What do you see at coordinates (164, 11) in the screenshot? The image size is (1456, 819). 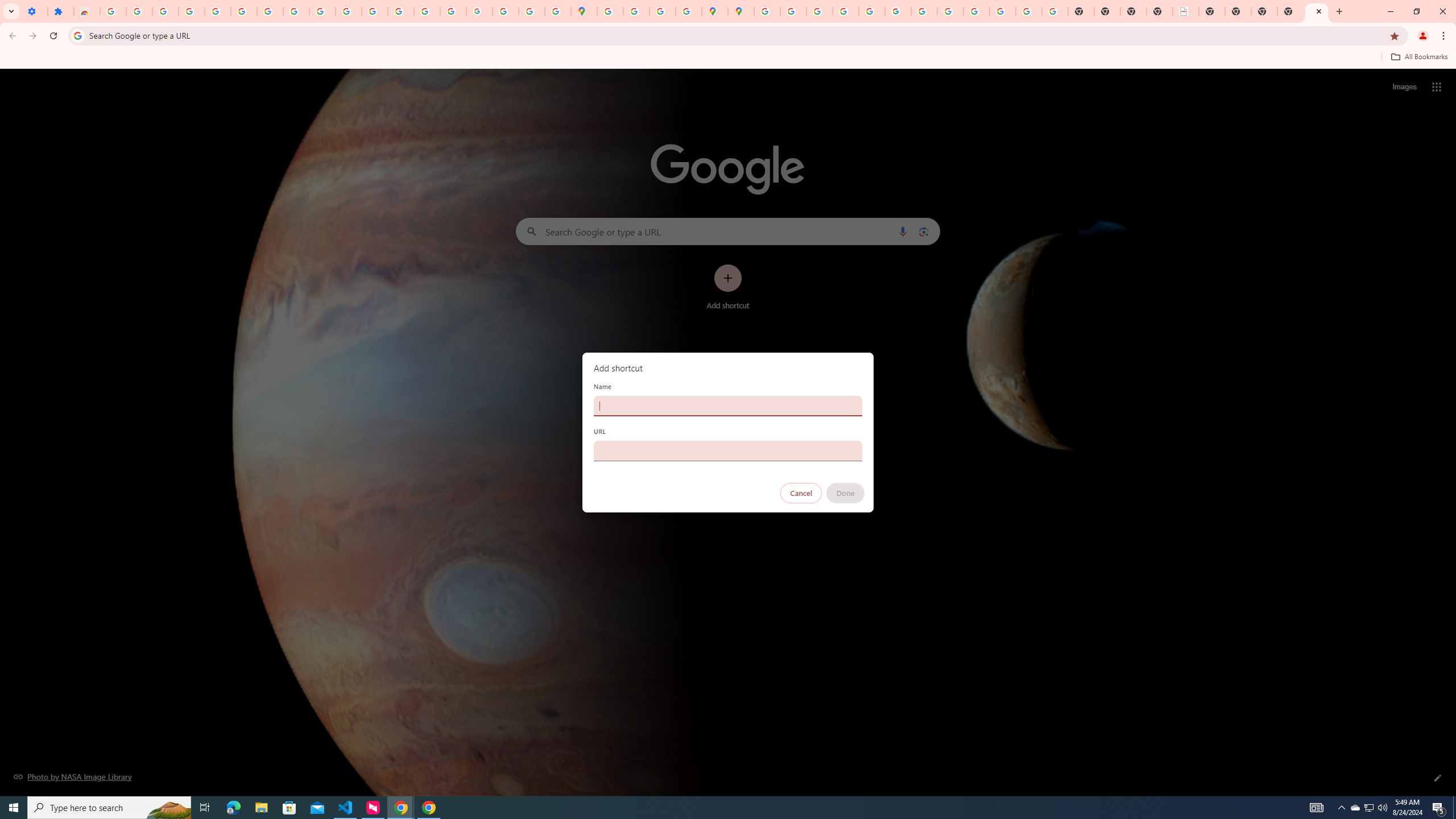 I see `'Delete photos & videos - Computer - Google Photos Help'` at bounding box center [164, 11].